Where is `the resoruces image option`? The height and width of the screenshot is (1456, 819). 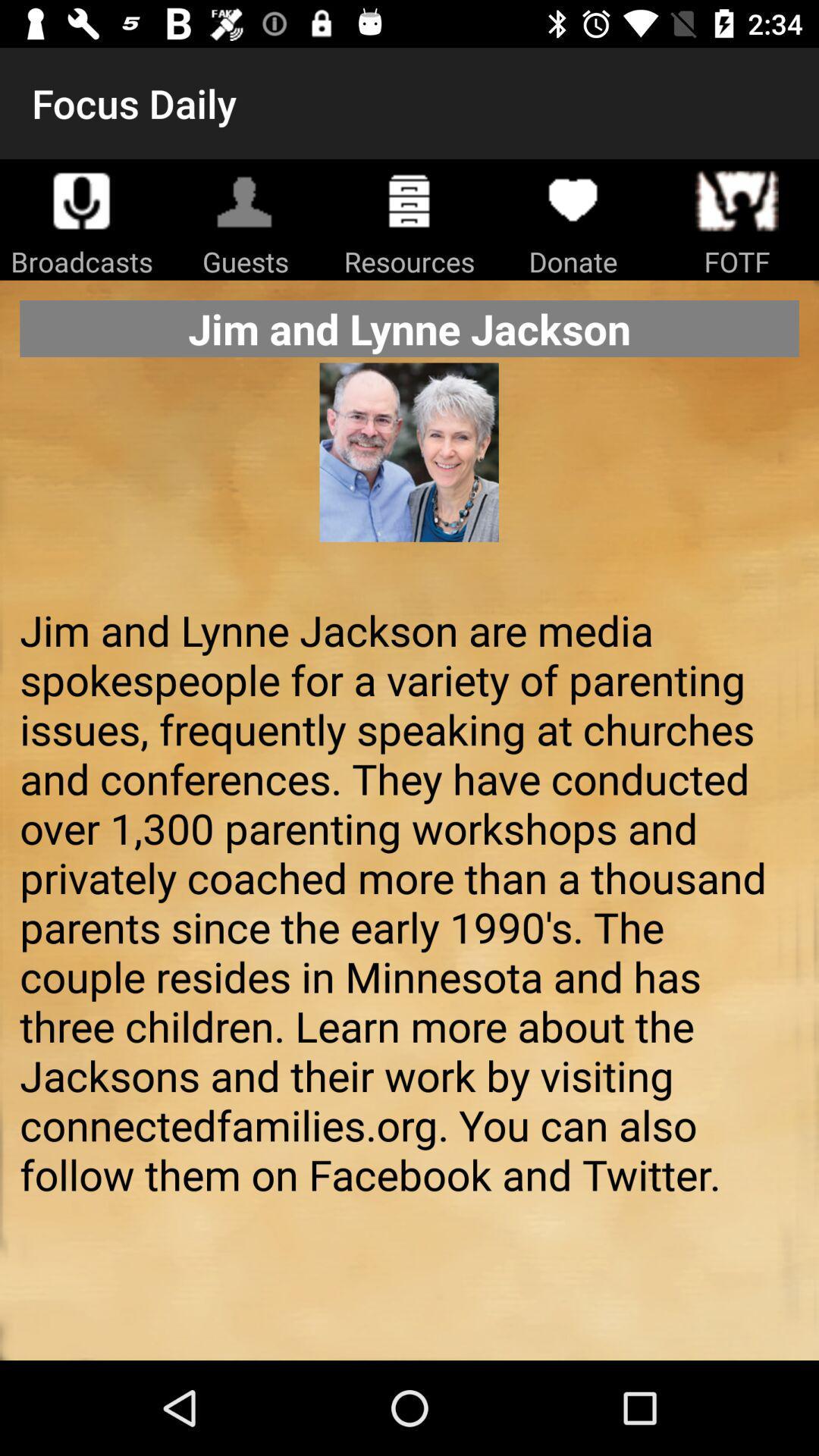 the resoruces image option is located at coordinates (409, 199).